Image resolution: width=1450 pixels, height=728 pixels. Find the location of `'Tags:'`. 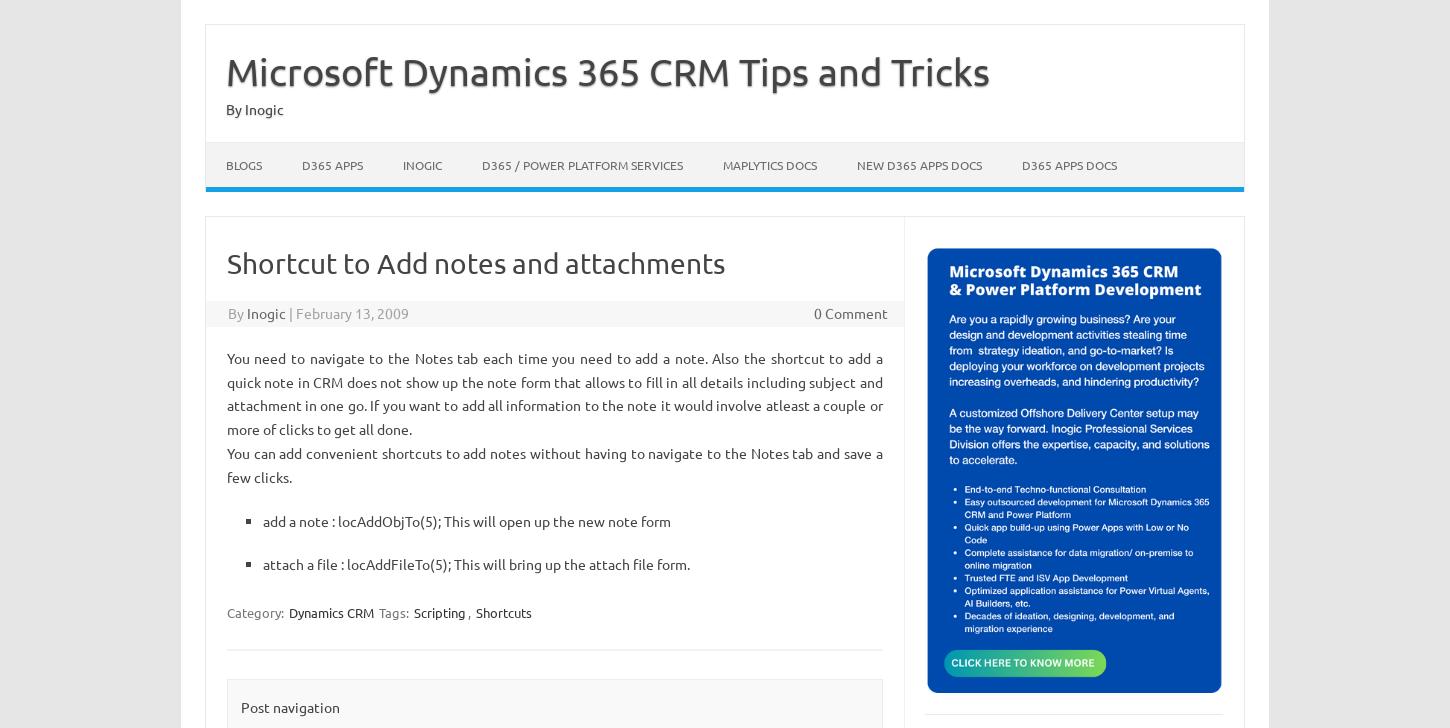

'Tags:' is located at coordinates (393, 612).